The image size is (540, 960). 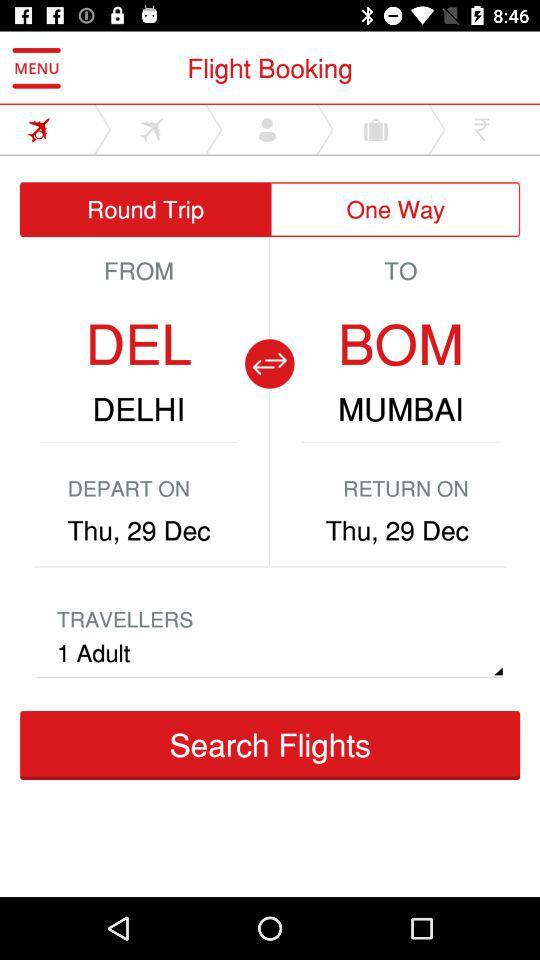 What do you see at coordinates (405, 573) in the screenshot?
I see `the my bookings item` at bounding box center [405, 573].